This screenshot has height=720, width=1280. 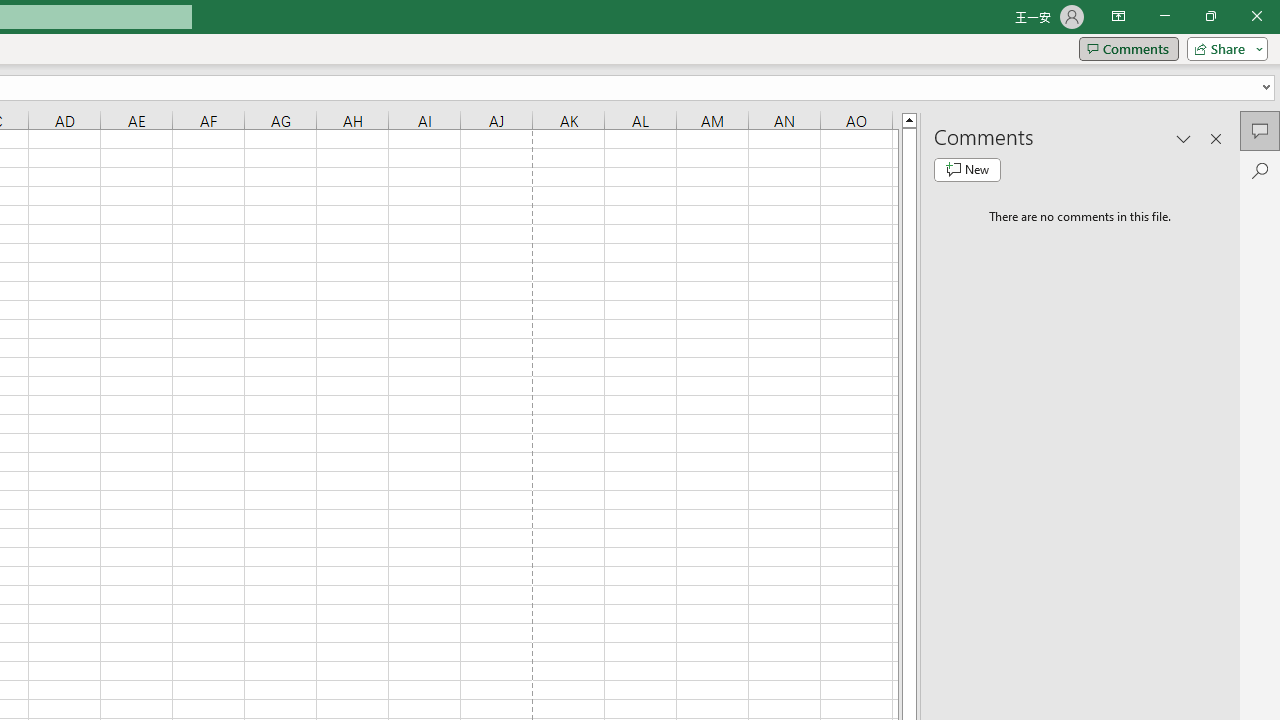 What do you see at coordinates (908, 119) in the screenshot?
I see `'Line up'` at bounding box center [908, 119].